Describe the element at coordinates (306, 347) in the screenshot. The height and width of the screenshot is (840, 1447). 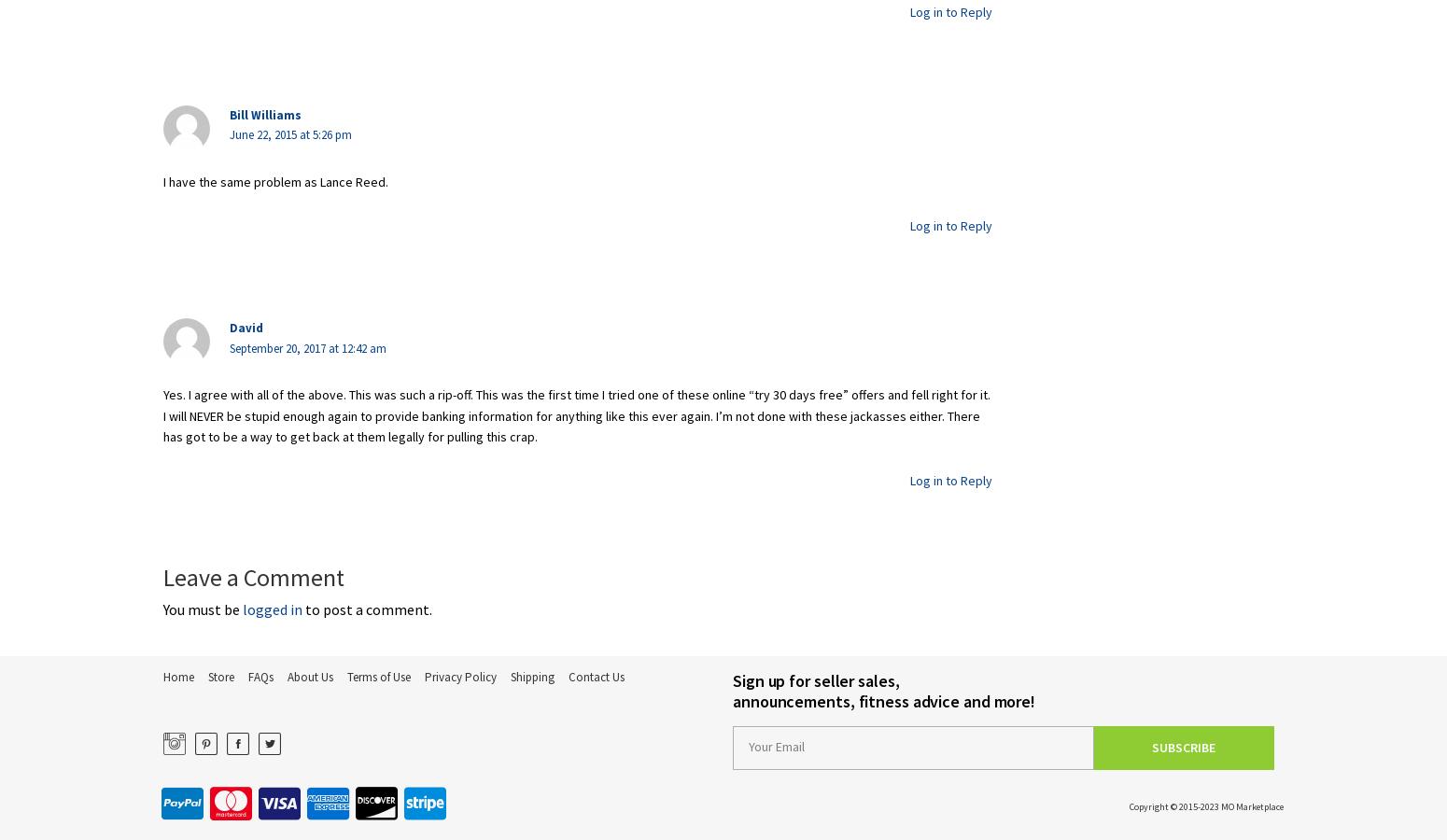
I see `'September 20, 2017 at 12:42 am'` at that location.